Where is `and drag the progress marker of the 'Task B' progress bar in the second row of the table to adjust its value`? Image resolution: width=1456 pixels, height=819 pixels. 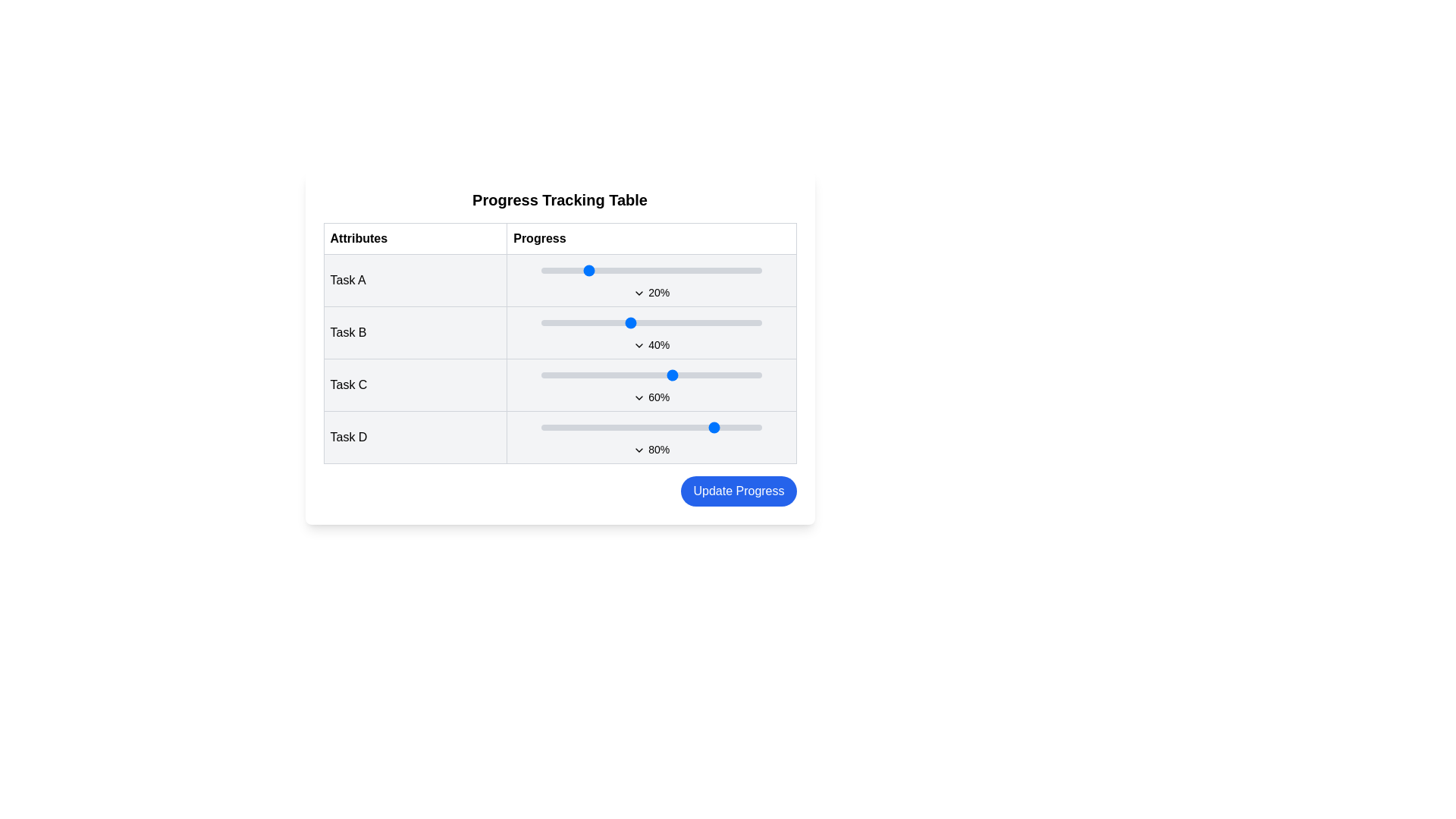
and drag the progress marker of the 'Task B' progress bar in the second row of the table to adjust its value is located at coordinates (559, 332).